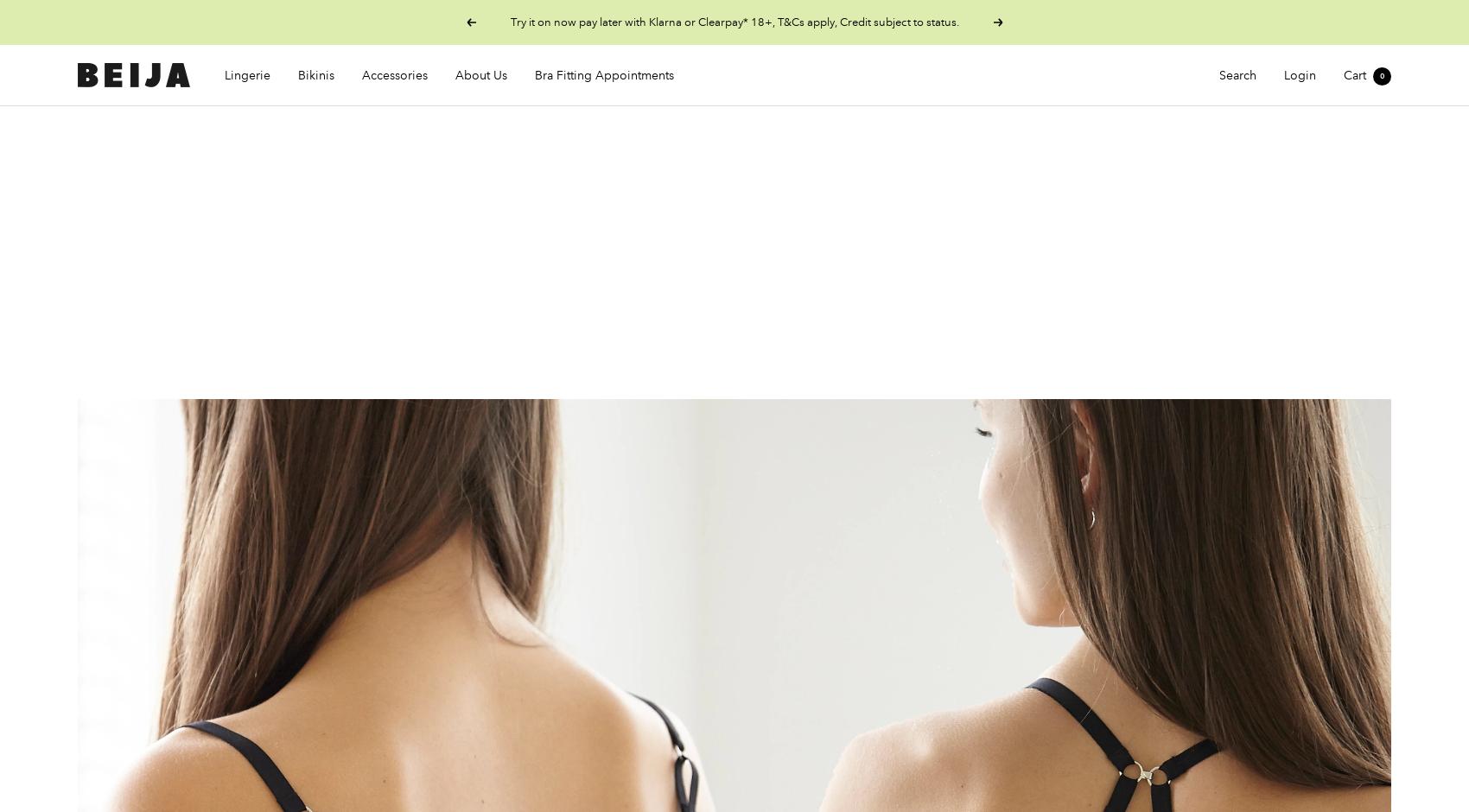 The width and height of the screenshot is (1469, 812). I want to click on 'Z BRA', so click(1158, 329).